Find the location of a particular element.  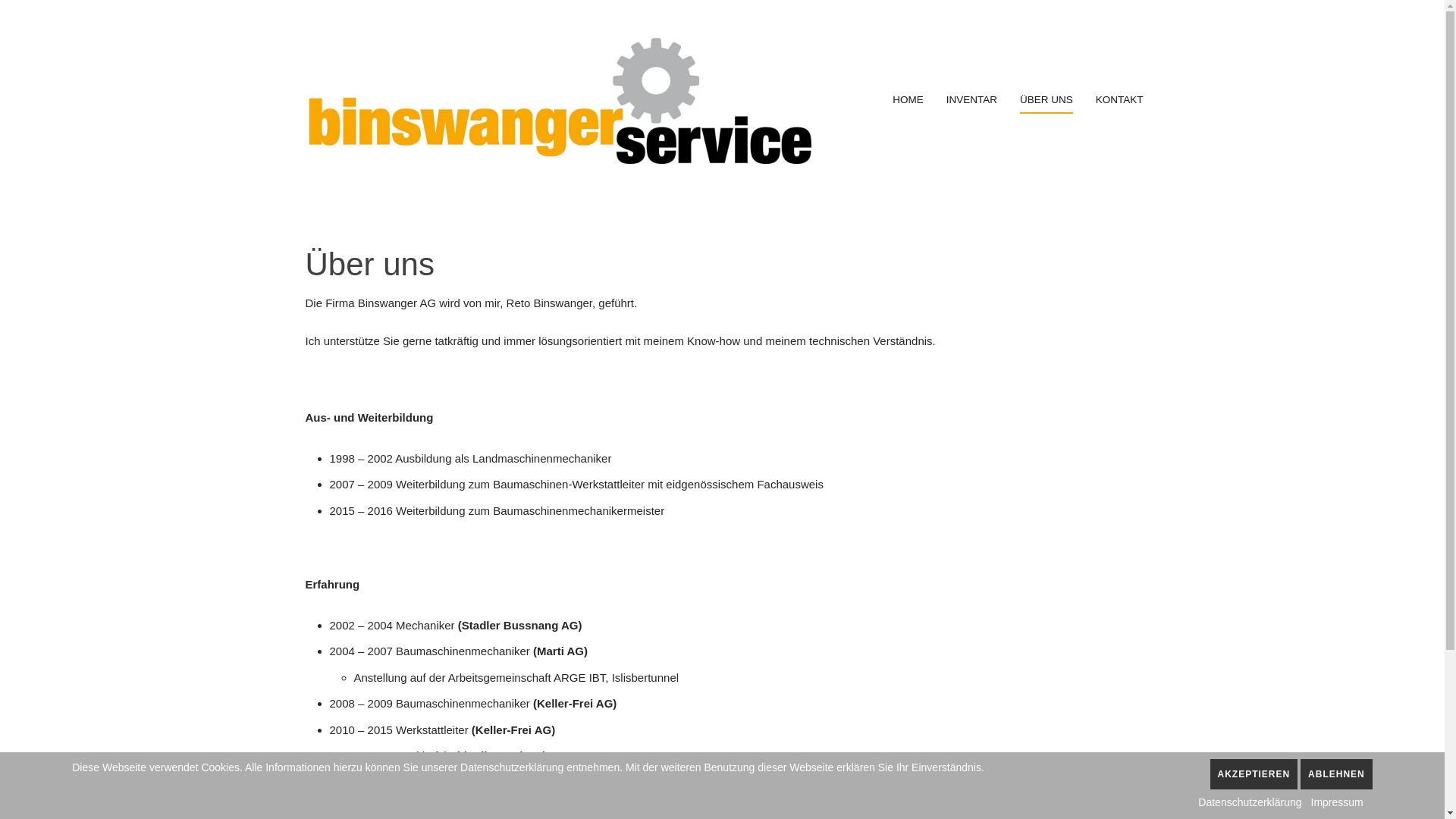

'AKZEPTIEREN' is located at coordinates (1254, 774).